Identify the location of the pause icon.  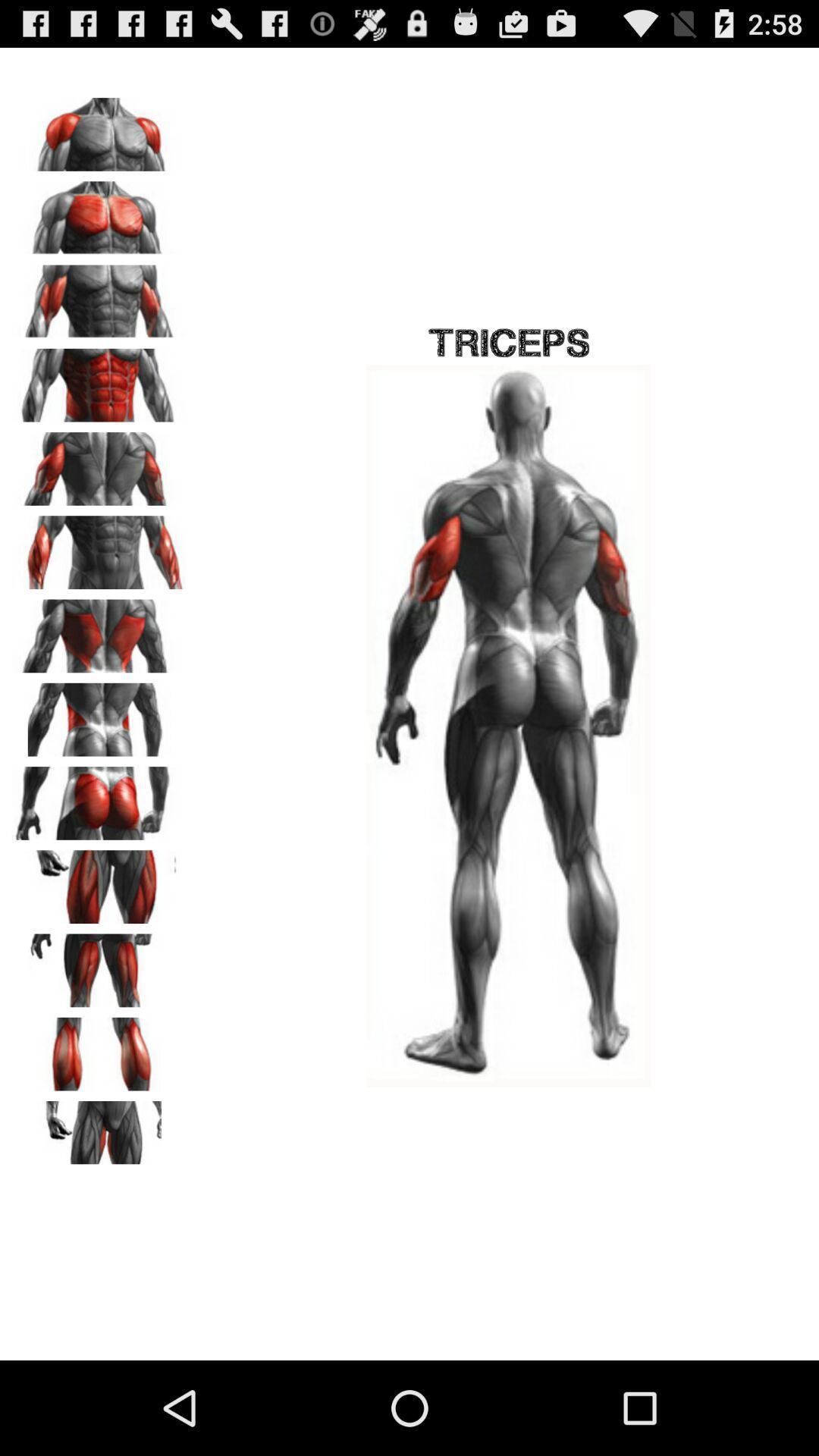
(99, 764).